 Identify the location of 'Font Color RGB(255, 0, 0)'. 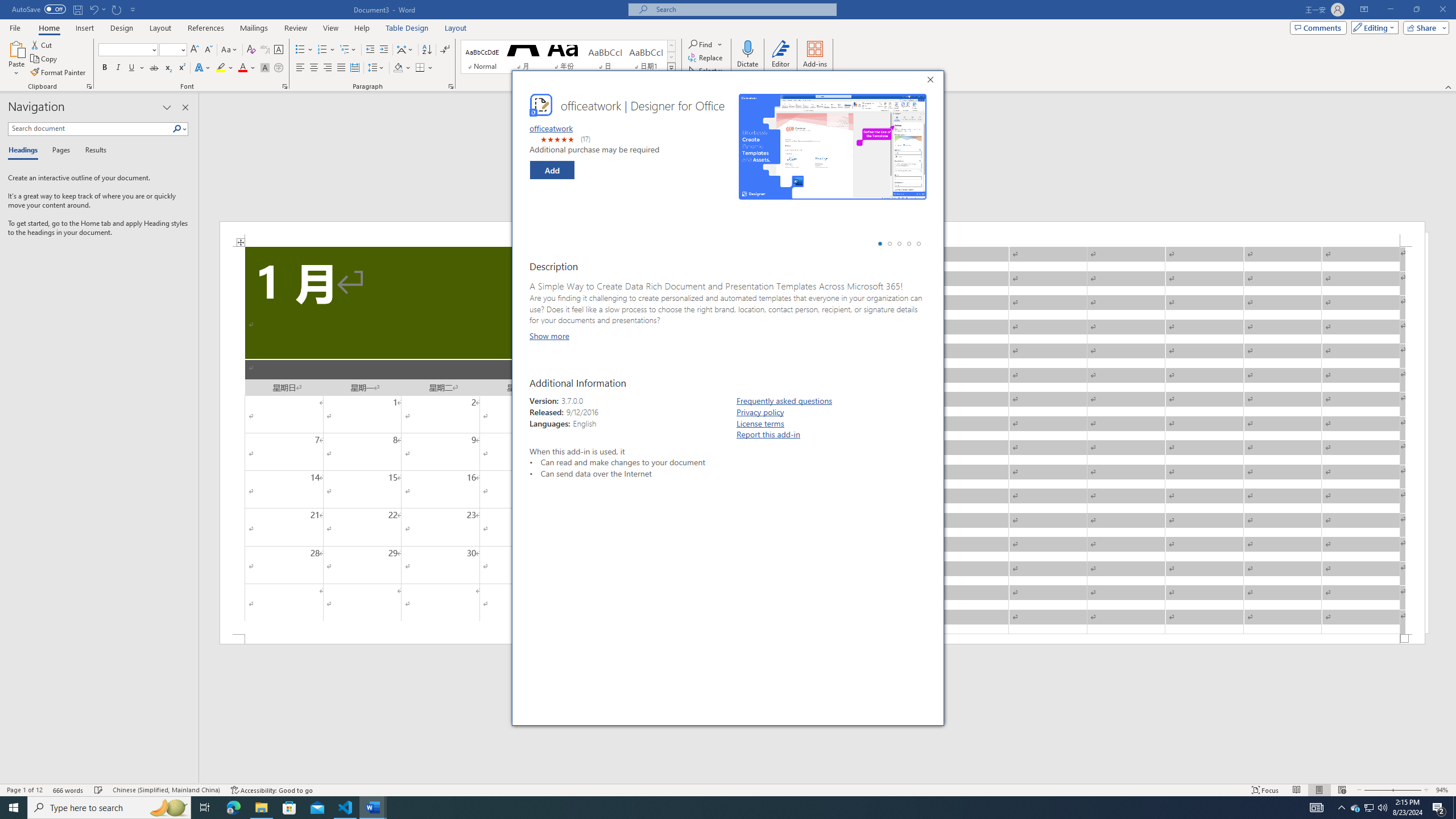
(242, 67).